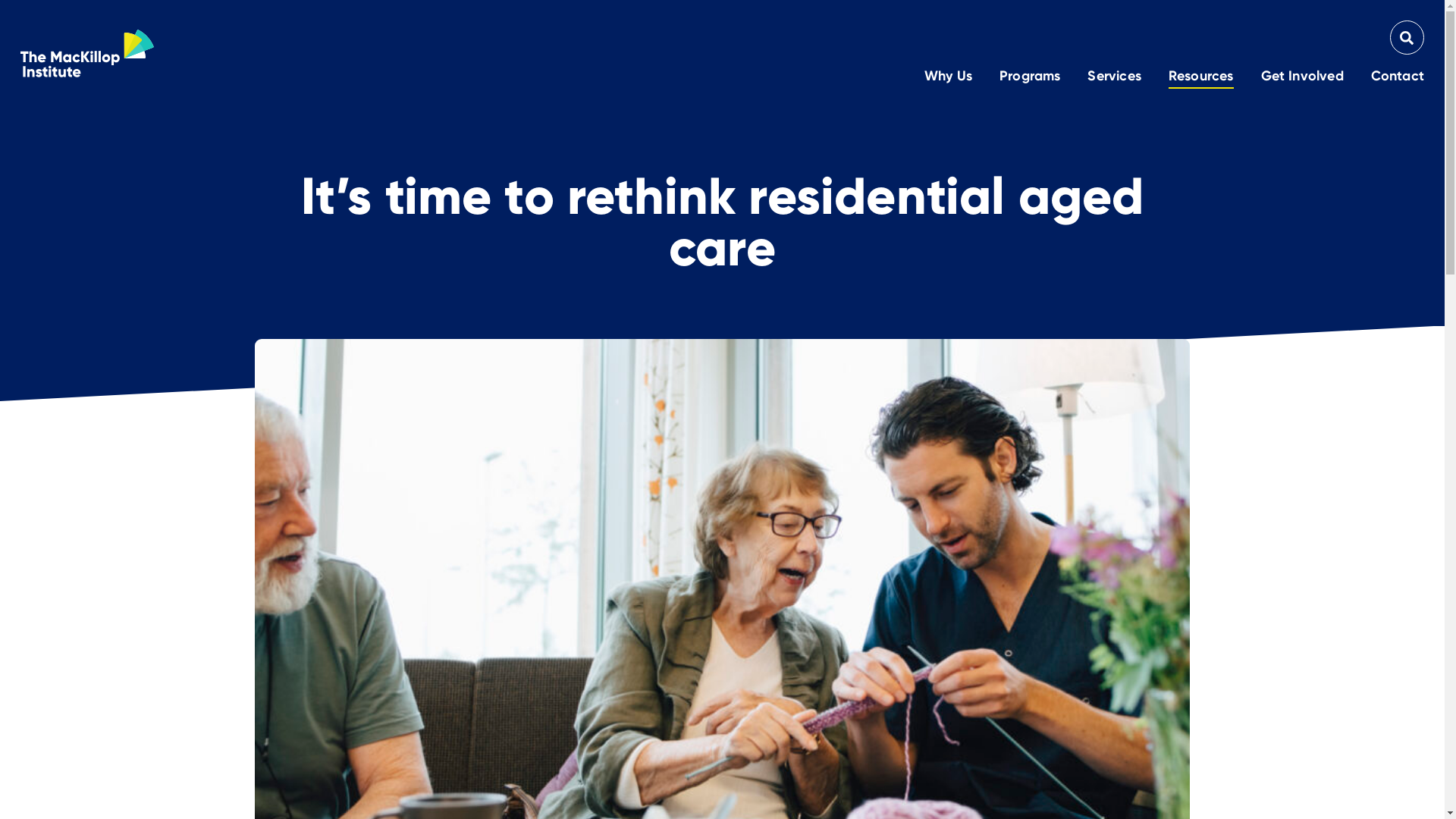  I want to click on 'Services', so click(1113, 77).